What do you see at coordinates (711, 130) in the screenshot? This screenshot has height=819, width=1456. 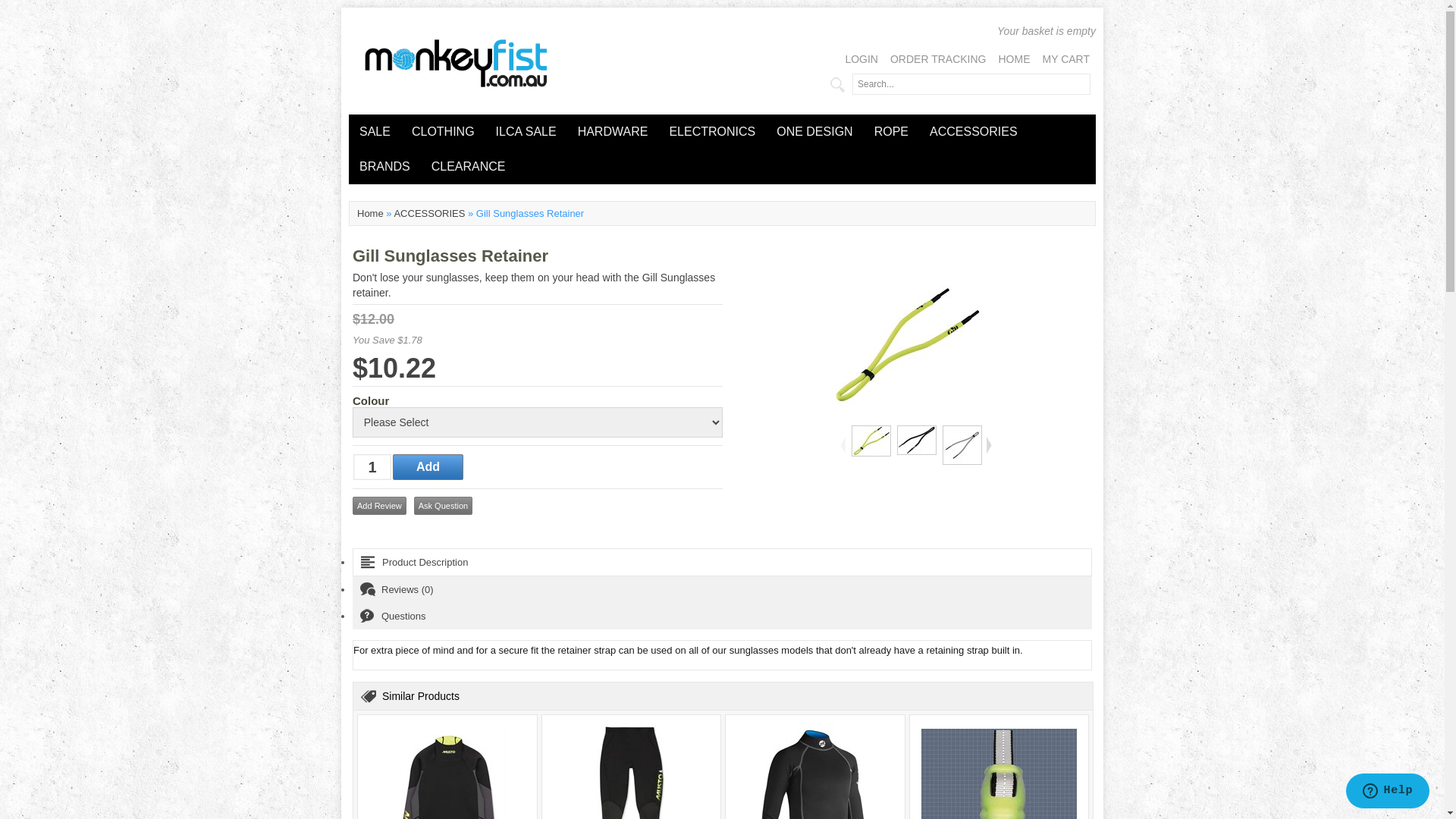 I see `'ELECTRONICS'` at bounding box center [711, 130].